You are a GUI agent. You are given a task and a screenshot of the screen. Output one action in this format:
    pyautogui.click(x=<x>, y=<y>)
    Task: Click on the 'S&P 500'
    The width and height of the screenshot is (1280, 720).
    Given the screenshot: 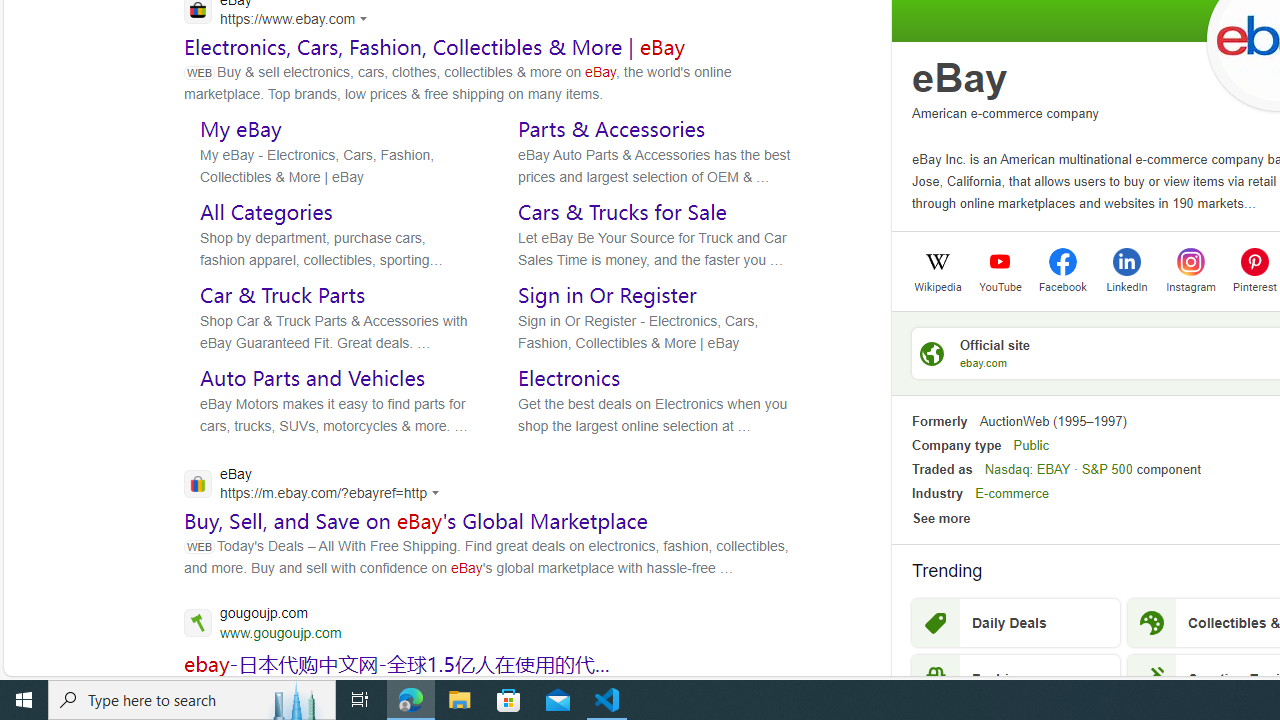 What is the action you would take?
    pyautogui.click(x=1106, y=469)
    